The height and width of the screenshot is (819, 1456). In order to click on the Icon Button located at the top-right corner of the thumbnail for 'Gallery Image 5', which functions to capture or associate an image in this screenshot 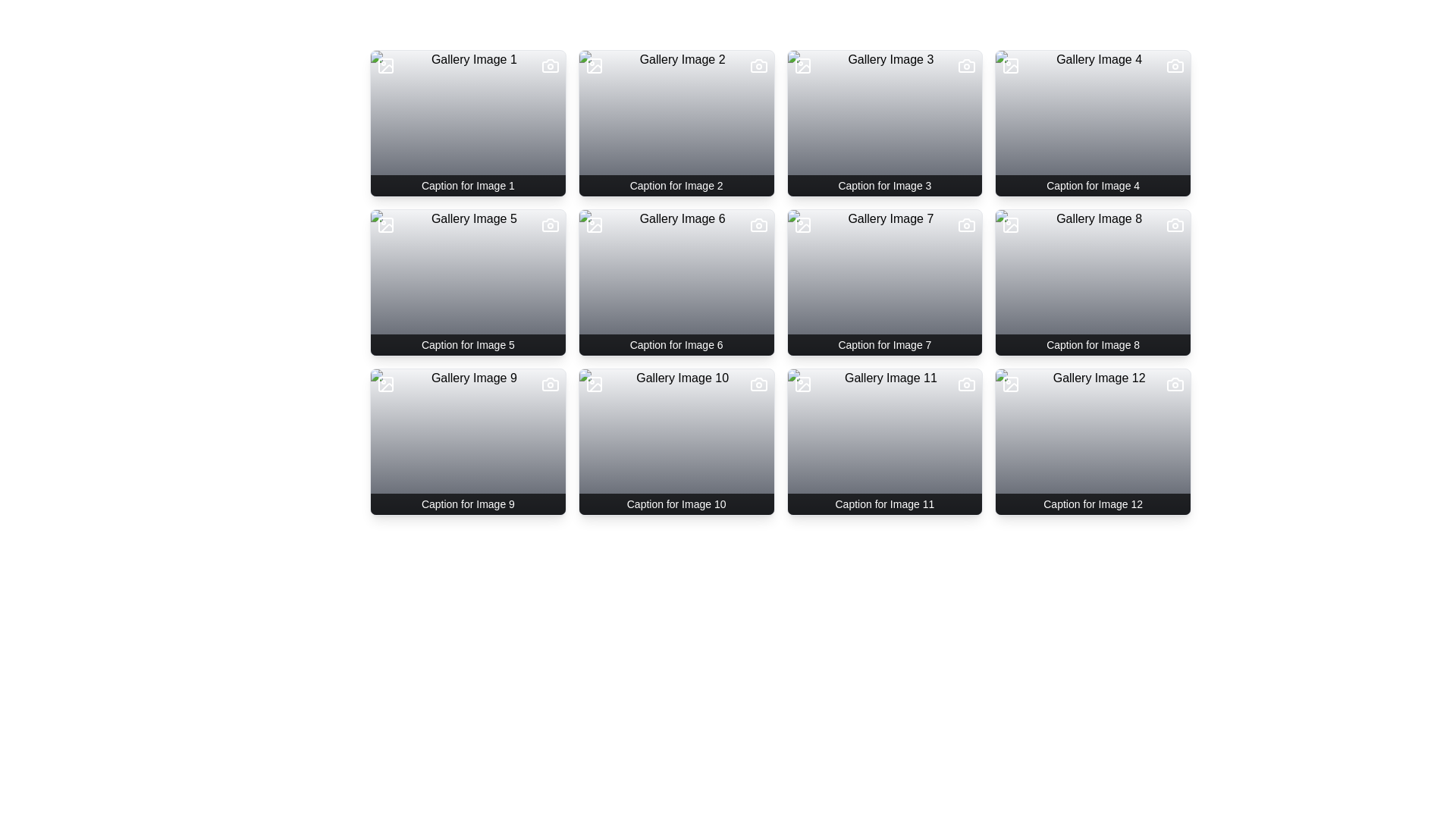, I will do `click(549, 225)`.